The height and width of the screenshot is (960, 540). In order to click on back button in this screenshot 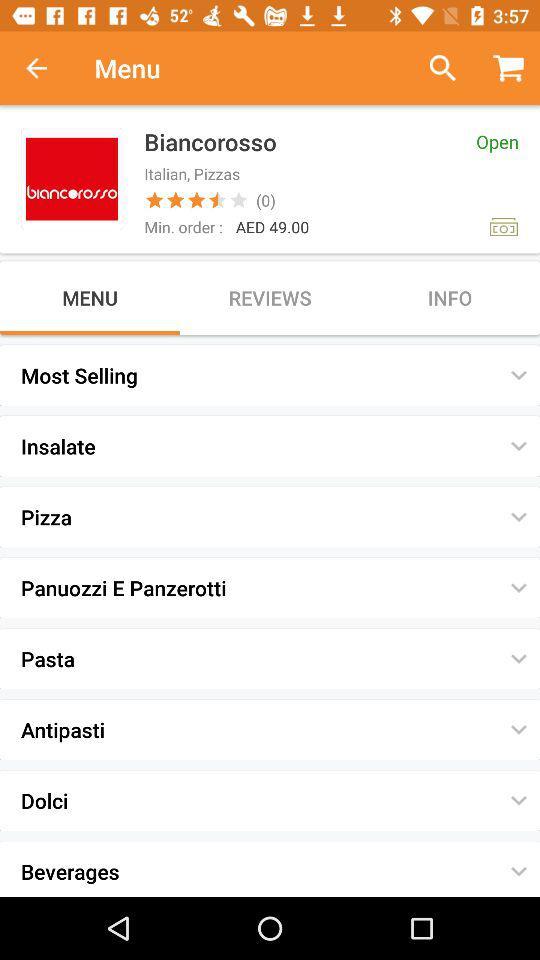, I will do `click(47, 68)`.